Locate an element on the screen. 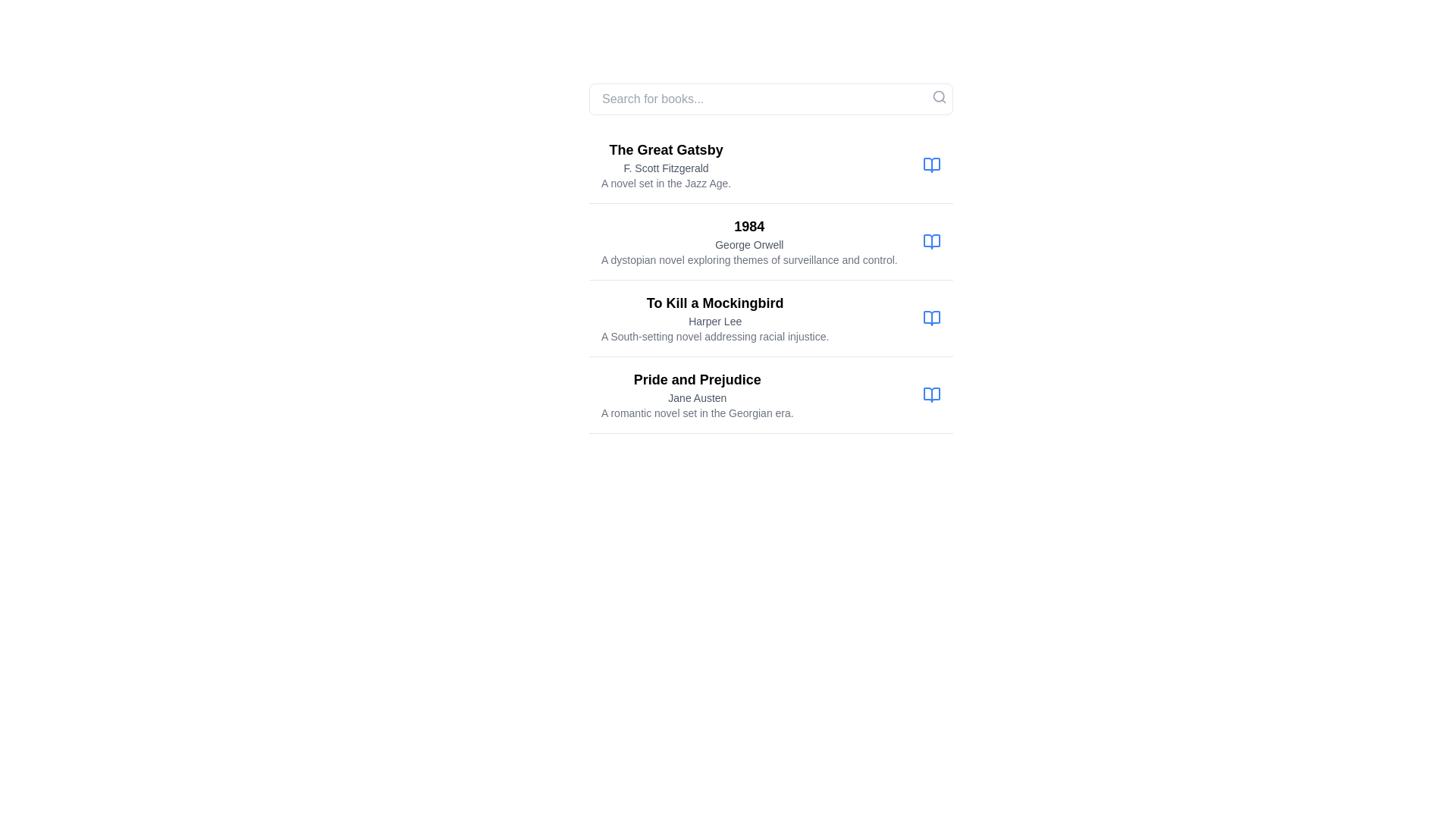  the textual information block displaying 'The Great Gatsby' by 'F. Scott Fitzgerald', which is the first item in a vertically stacked list of literary works is located at coordinates (771, 165).